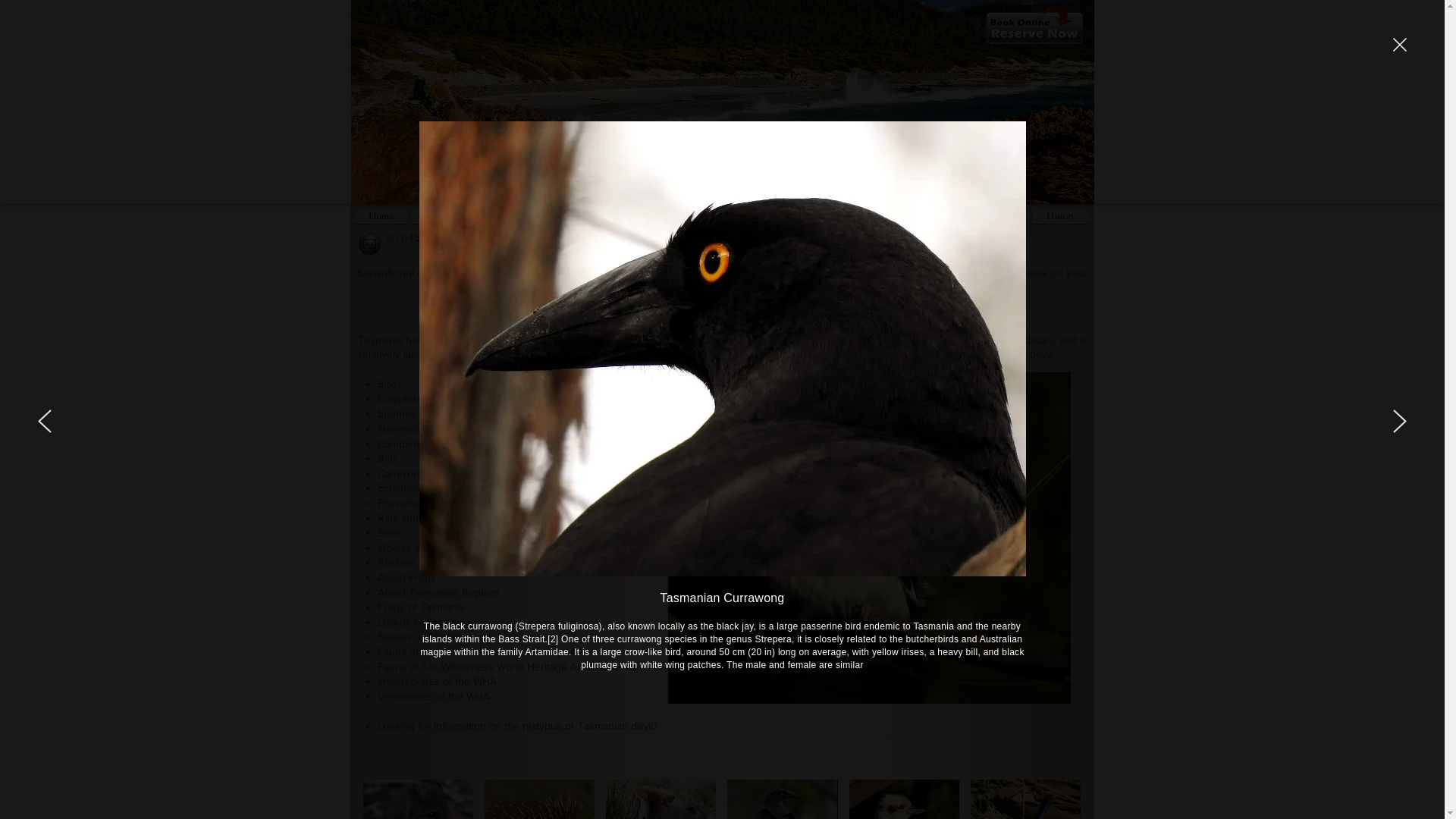  I want to click on 'Bats', so click(388, 457).